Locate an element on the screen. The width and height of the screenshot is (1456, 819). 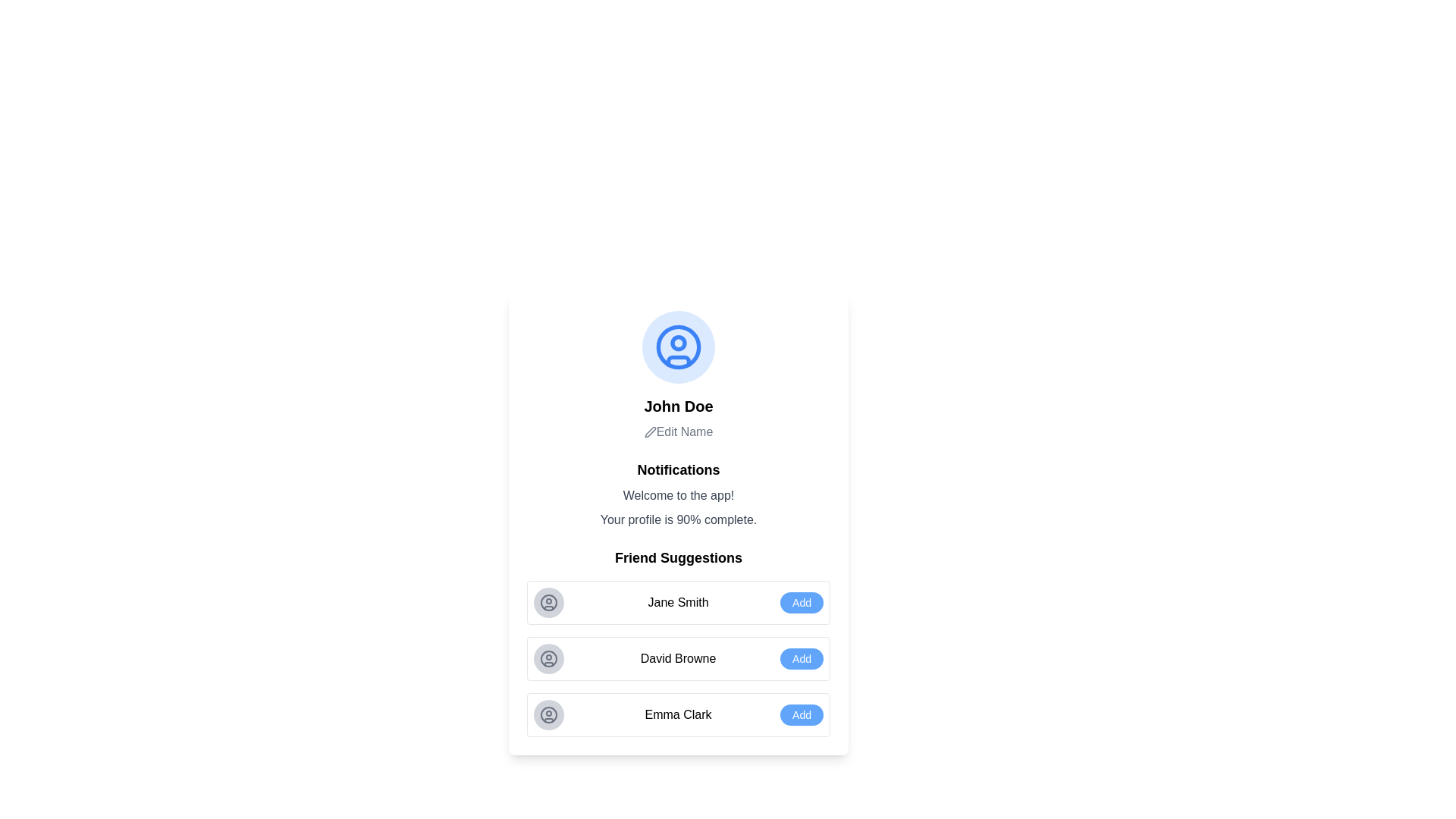
the SVG Circle that represents the user icon for 'Jane Smith' in the 'Friend Suggestions' section is located at coordinates (548, 601).